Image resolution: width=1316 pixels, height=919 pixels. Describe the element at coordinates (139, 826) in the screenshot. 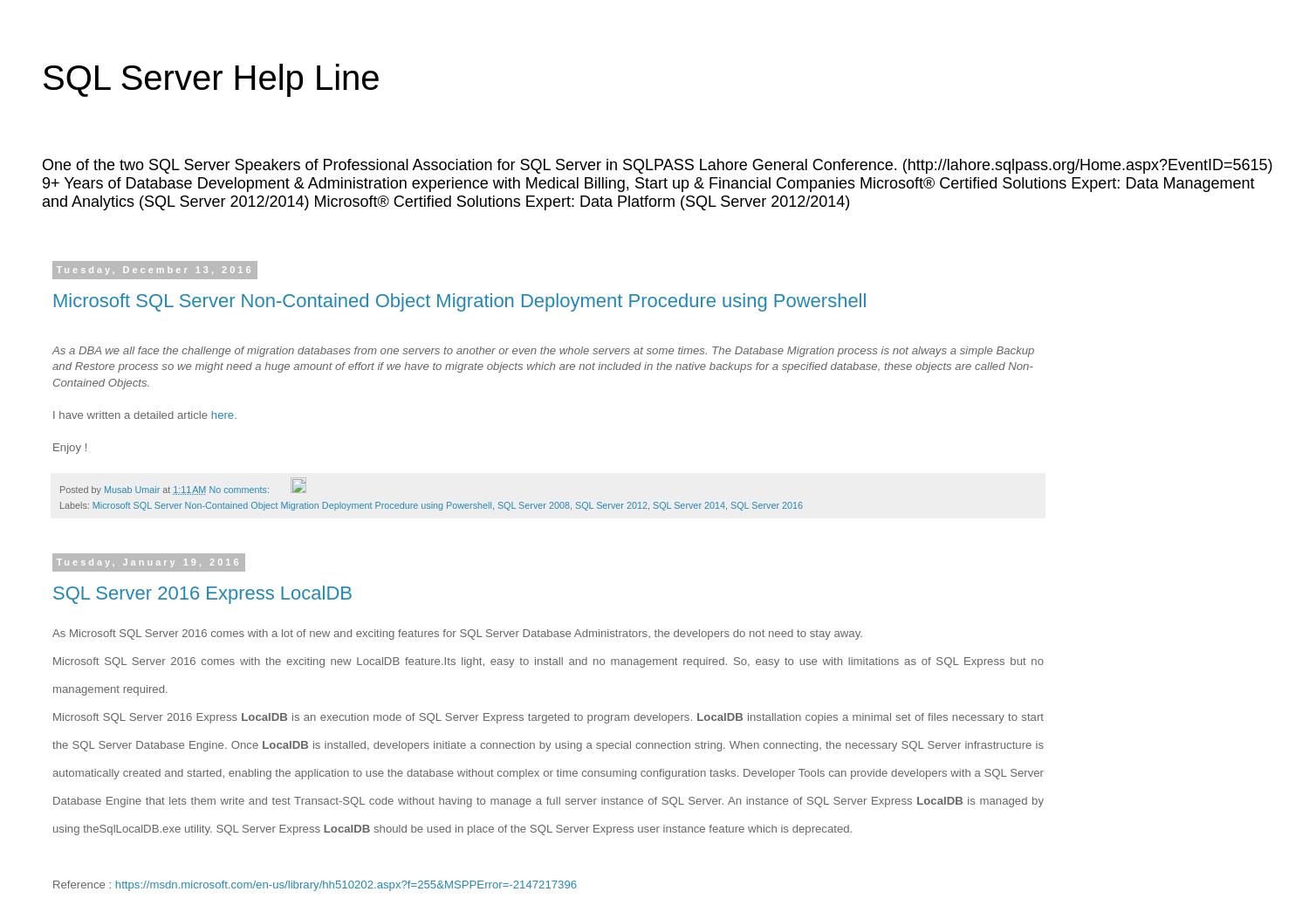

I see `'SqlLocalDB.exe'` at that location.